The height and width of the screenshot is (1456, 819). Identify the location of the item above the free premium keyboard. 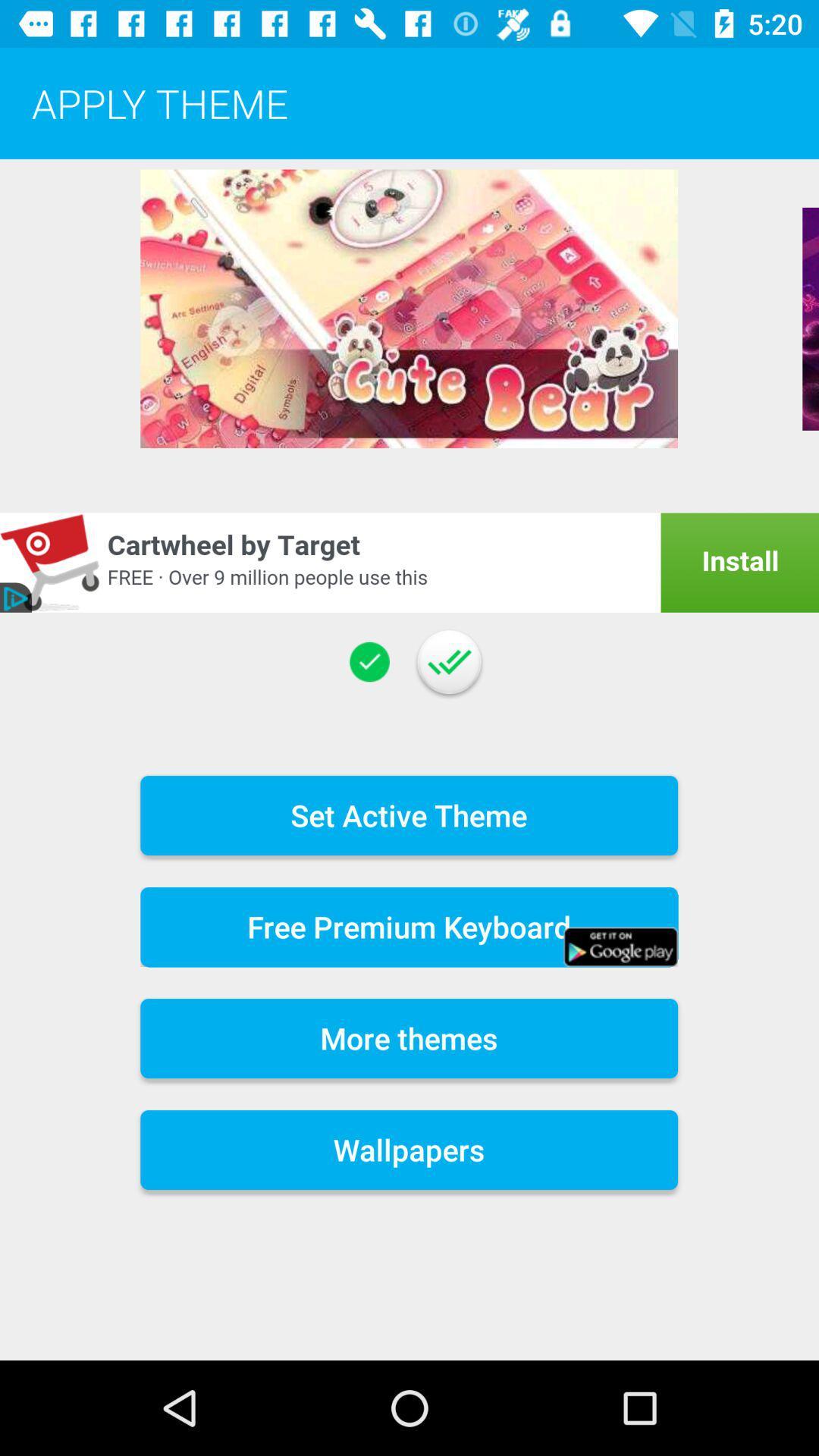
(408, 814).